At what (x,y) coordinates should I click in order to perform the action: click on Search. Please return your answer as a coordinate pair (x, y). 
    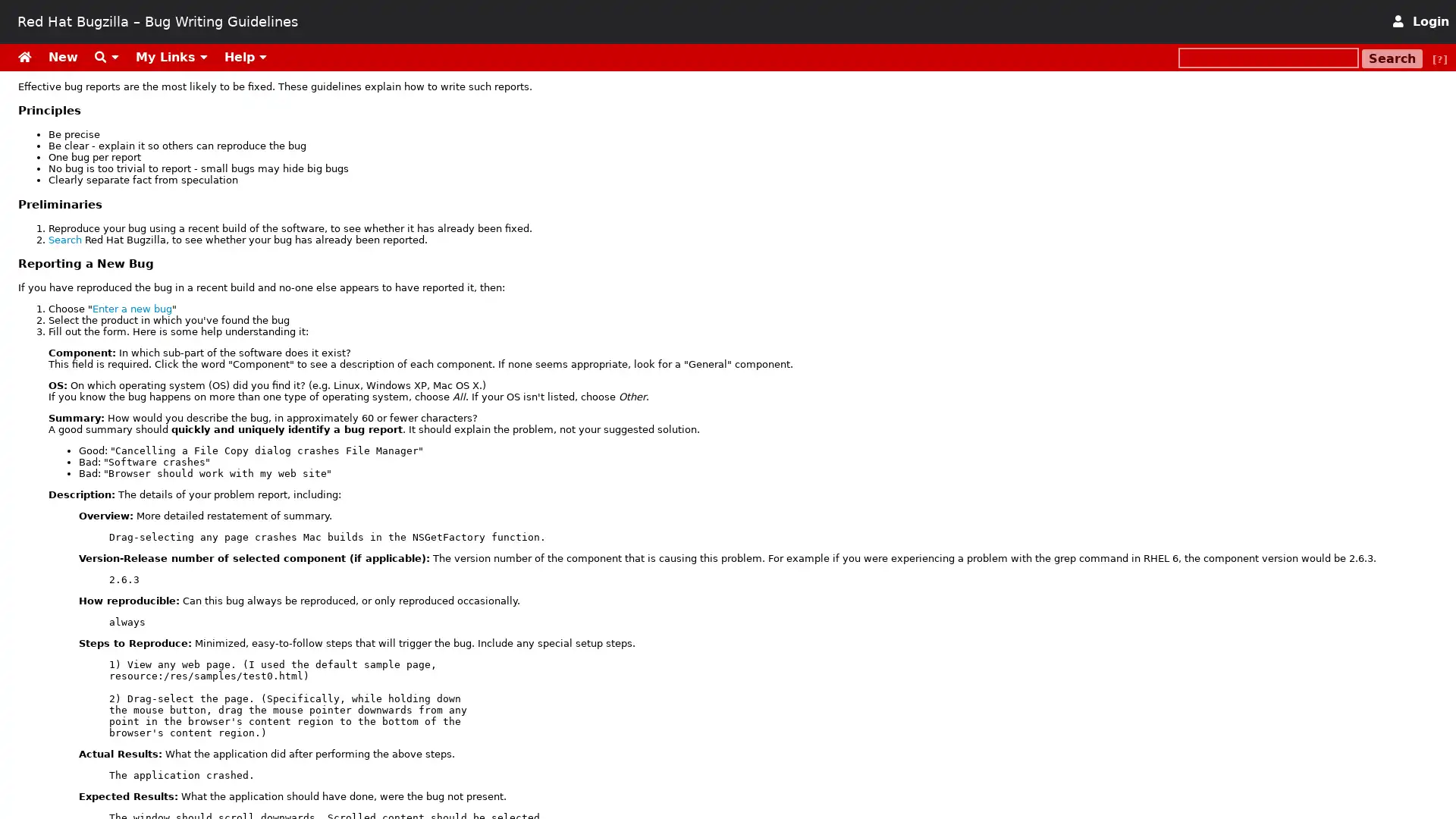
    Looking at the image, I should click on (1392, 58).